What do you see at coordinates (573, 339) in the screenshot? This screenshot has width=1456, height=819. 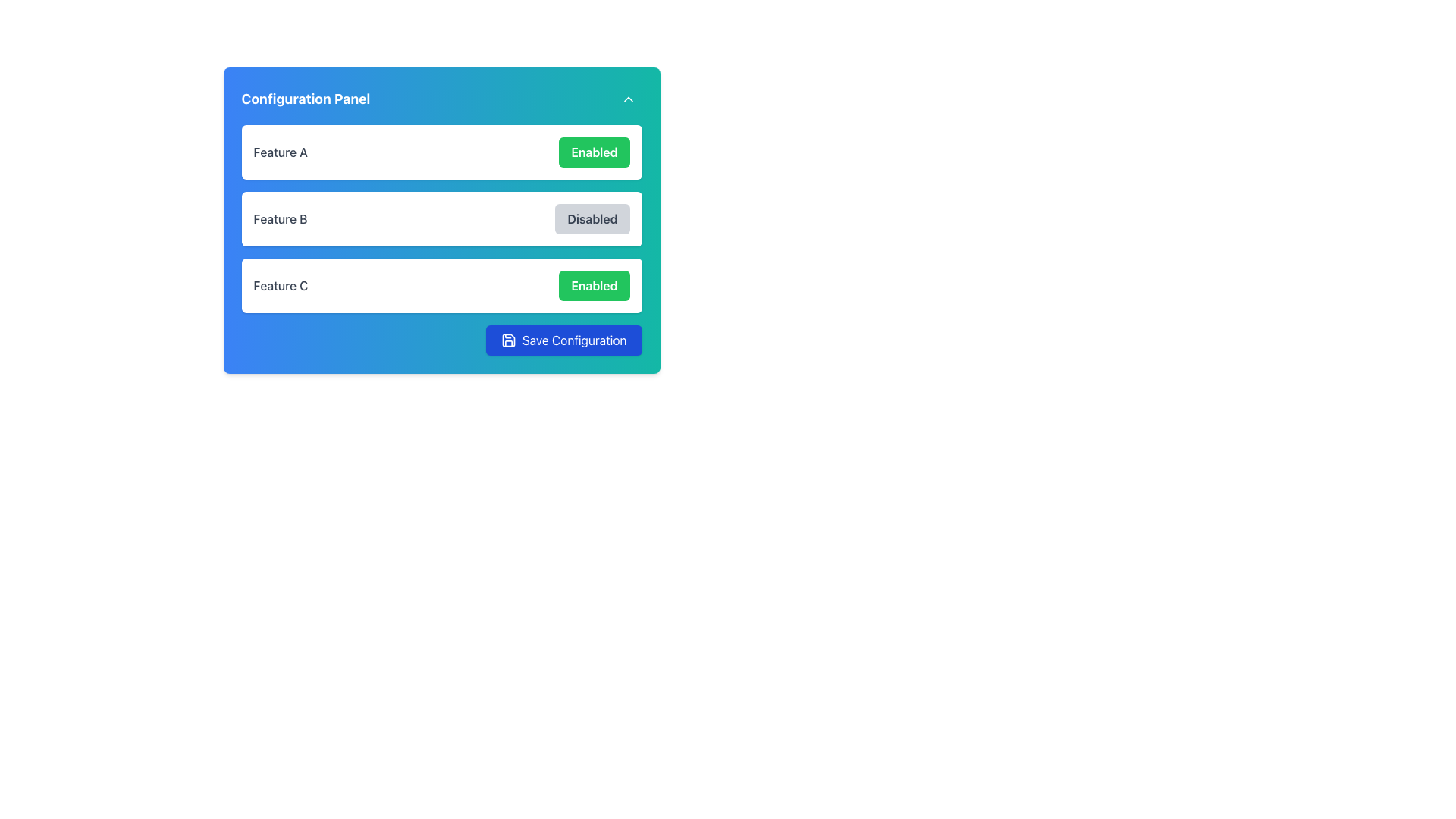 I see `the save configuration button located in the bottom-right corner of the settings panel` at bounding box center [573, 339].